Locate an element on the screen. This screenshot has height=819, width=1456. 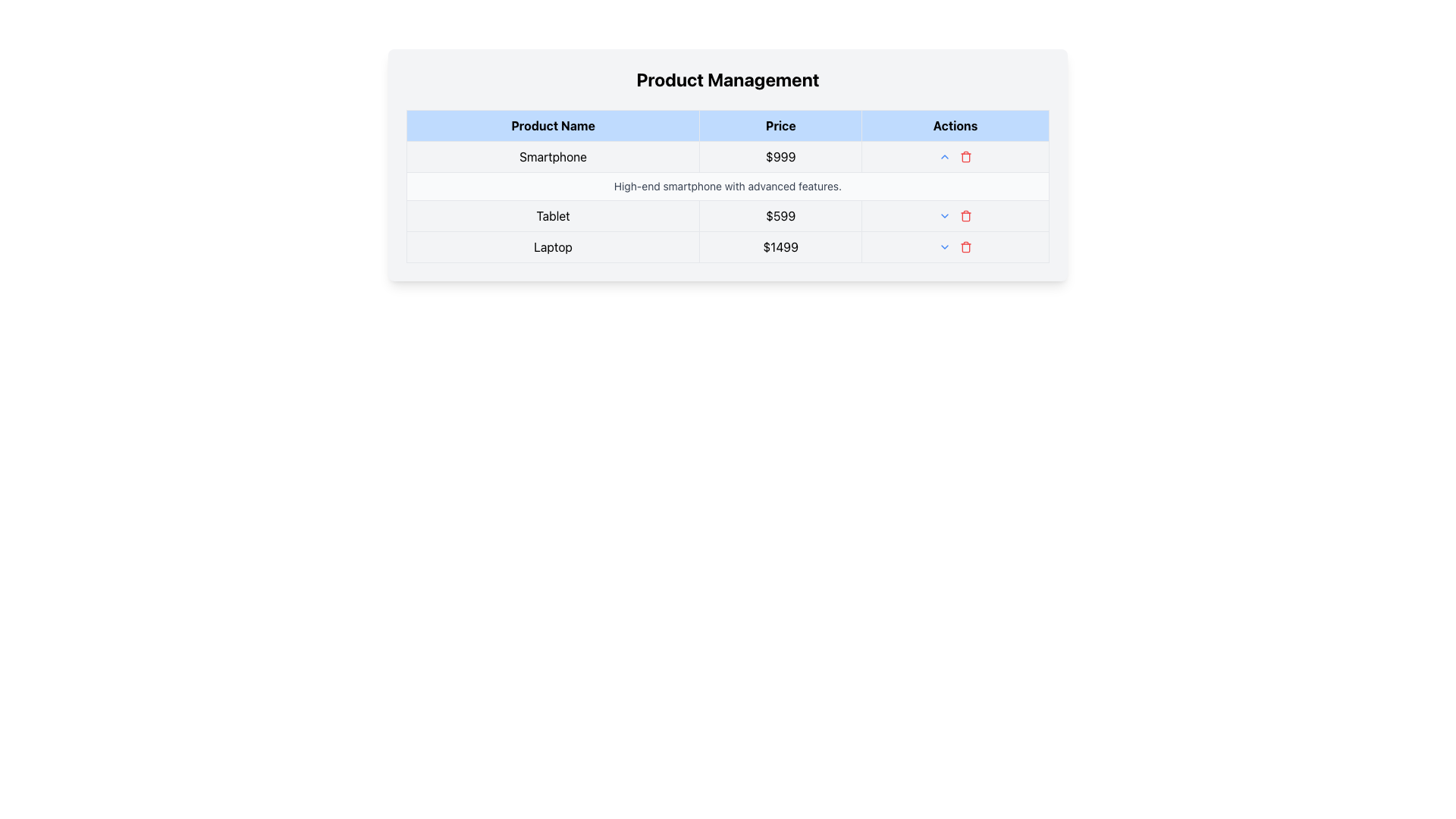
the delete icon button located in the first row of the 'Actions' column aligned with the 'Smartphone' entry is located at coordinates (965, 157).